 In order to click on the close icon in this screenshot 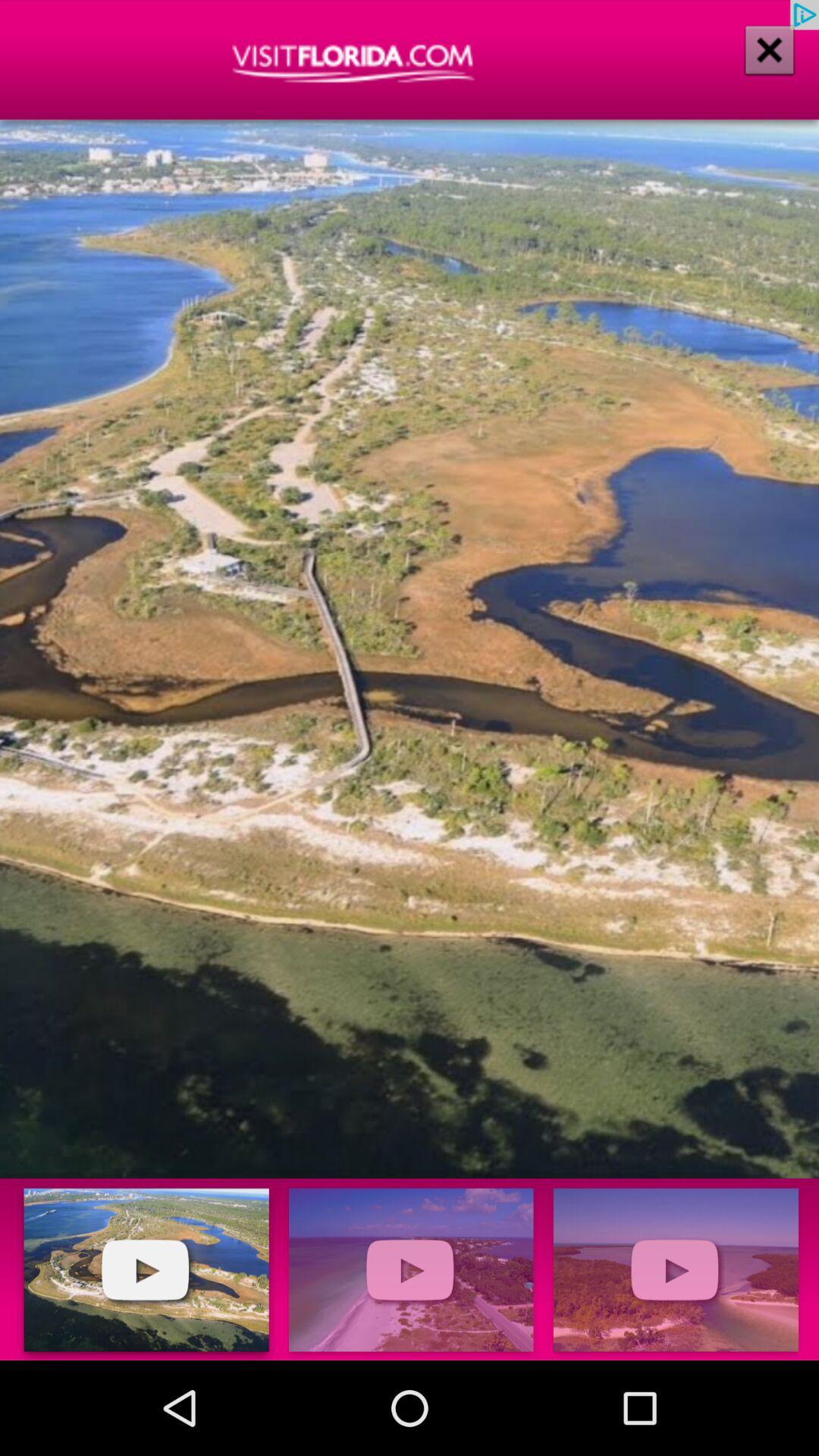, I will do `click(769, 53)`.